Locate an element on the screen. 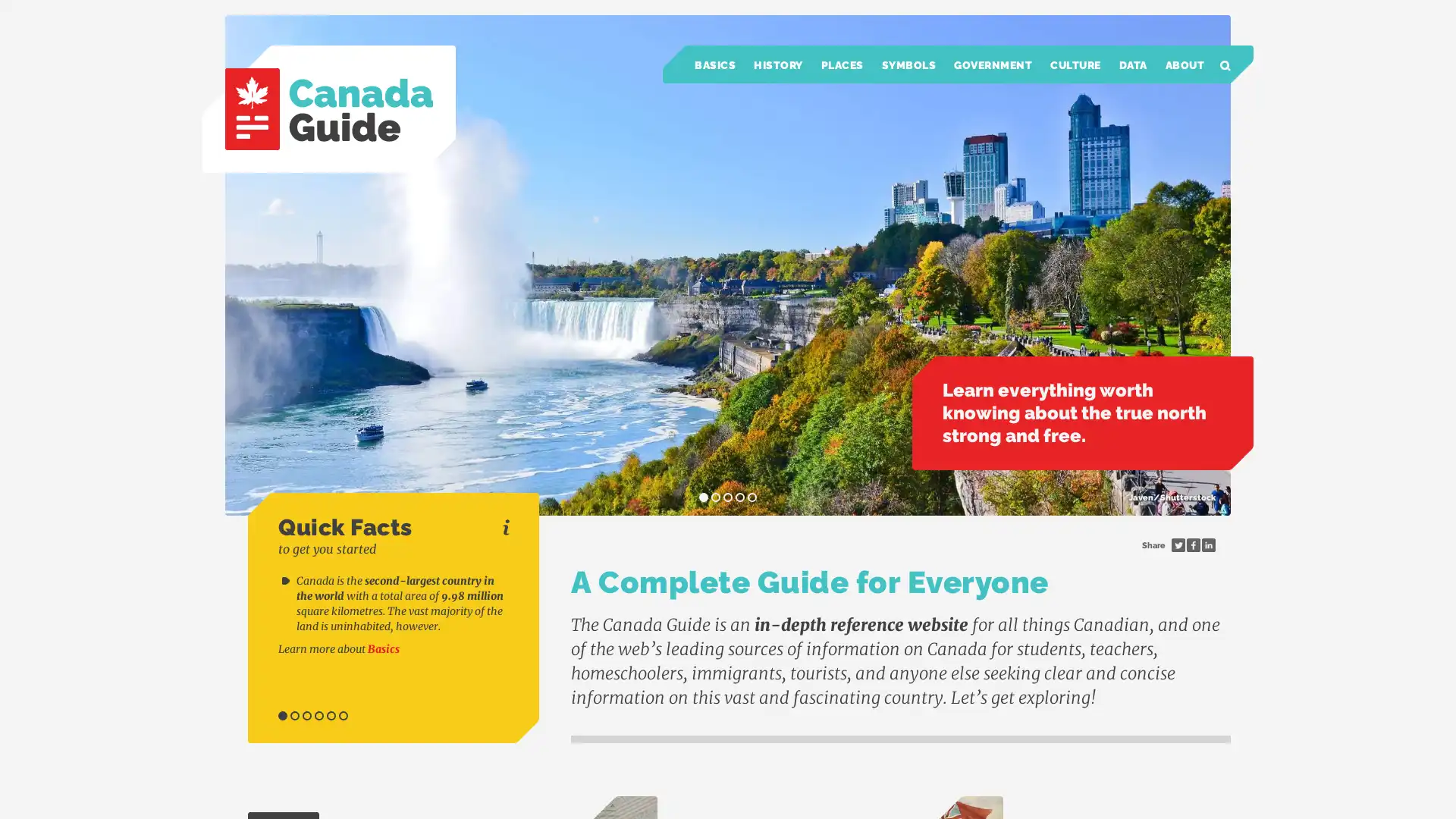 This screenshot has height=819, width=1456. Go to slide 3 is located at coordinates (728, 497).